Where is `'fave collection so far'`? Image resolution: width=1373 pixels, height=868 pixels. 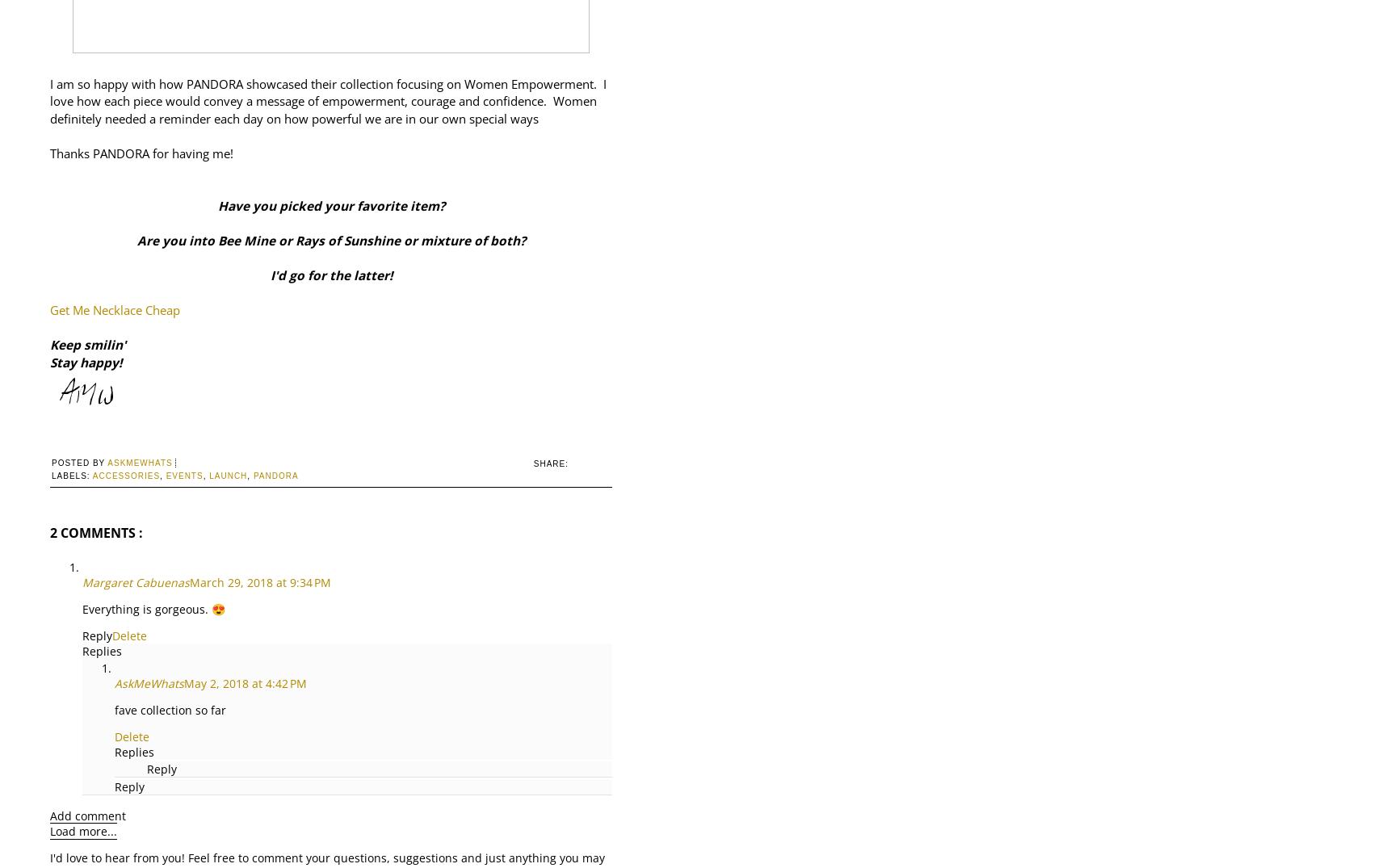
'fave collection so far' is located at coordinates (169, 710).